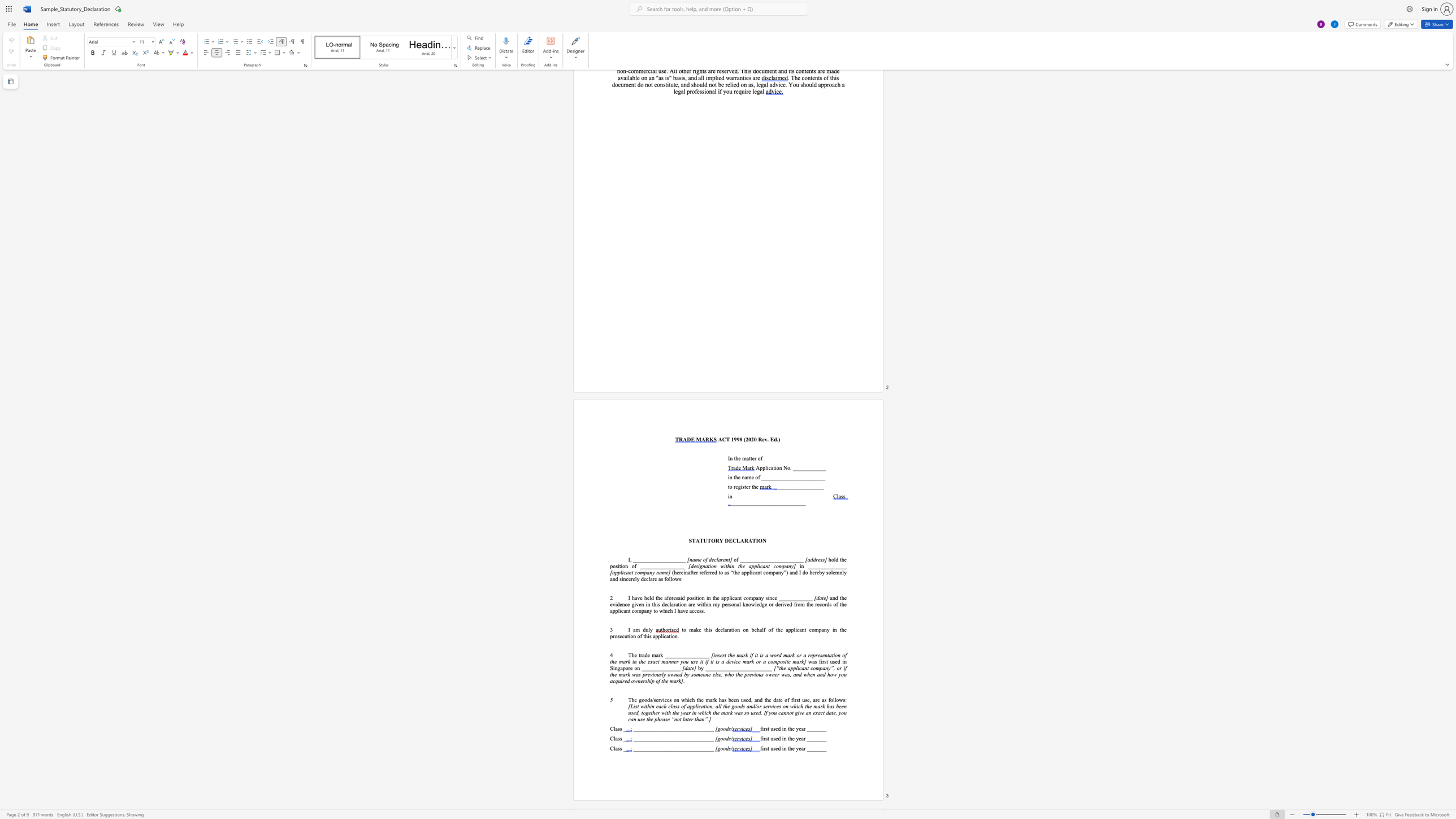 This screenshot has width=1456, height=819. What do you see at coordinates (735, 478) in the screenshot?
I see `the subset text "he name of ____" within the text "in the name of _______________________"` at bounding box center [735, 478].